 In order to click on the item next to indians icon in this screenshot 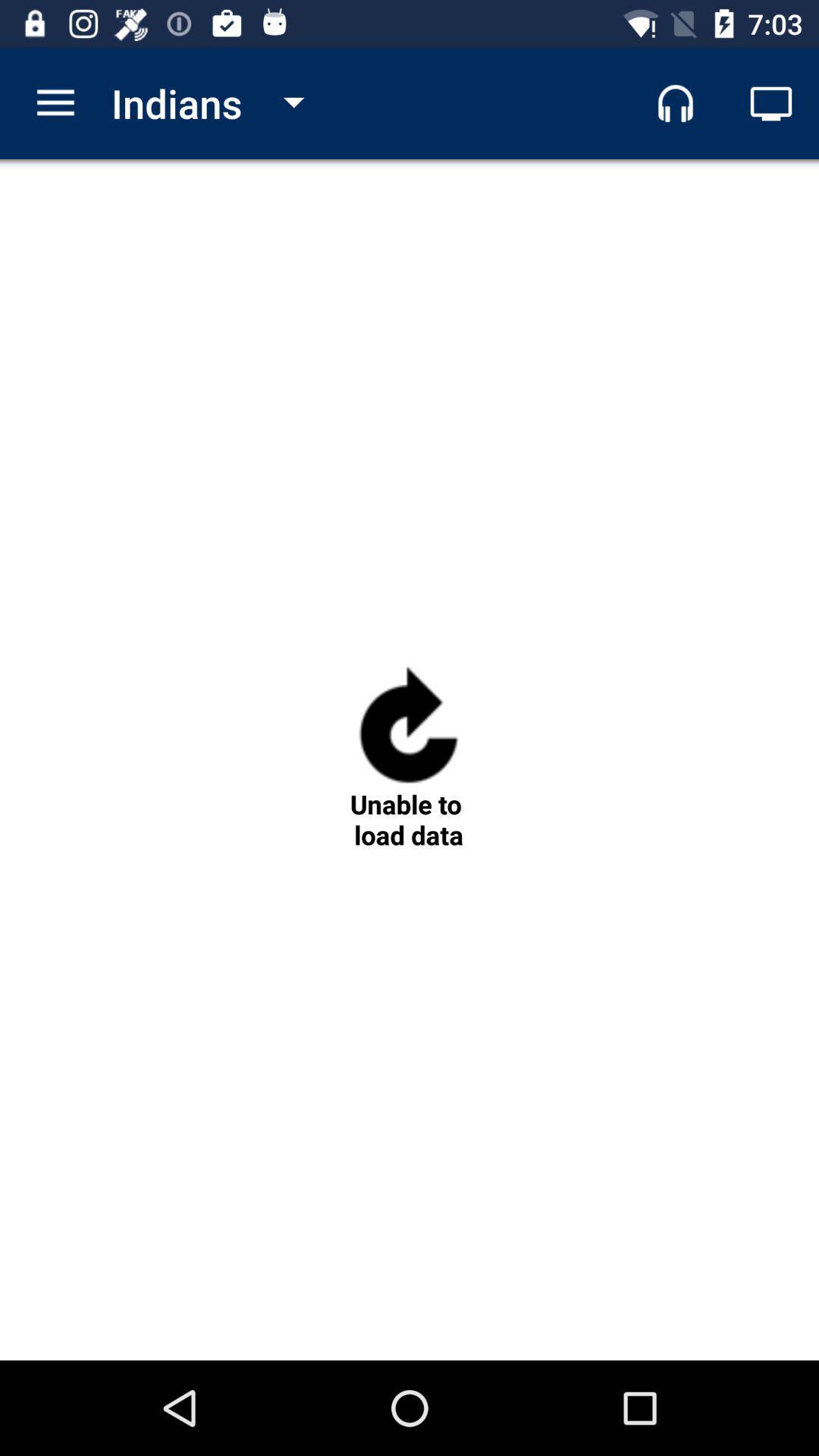, I will do `click(55, 102)`.